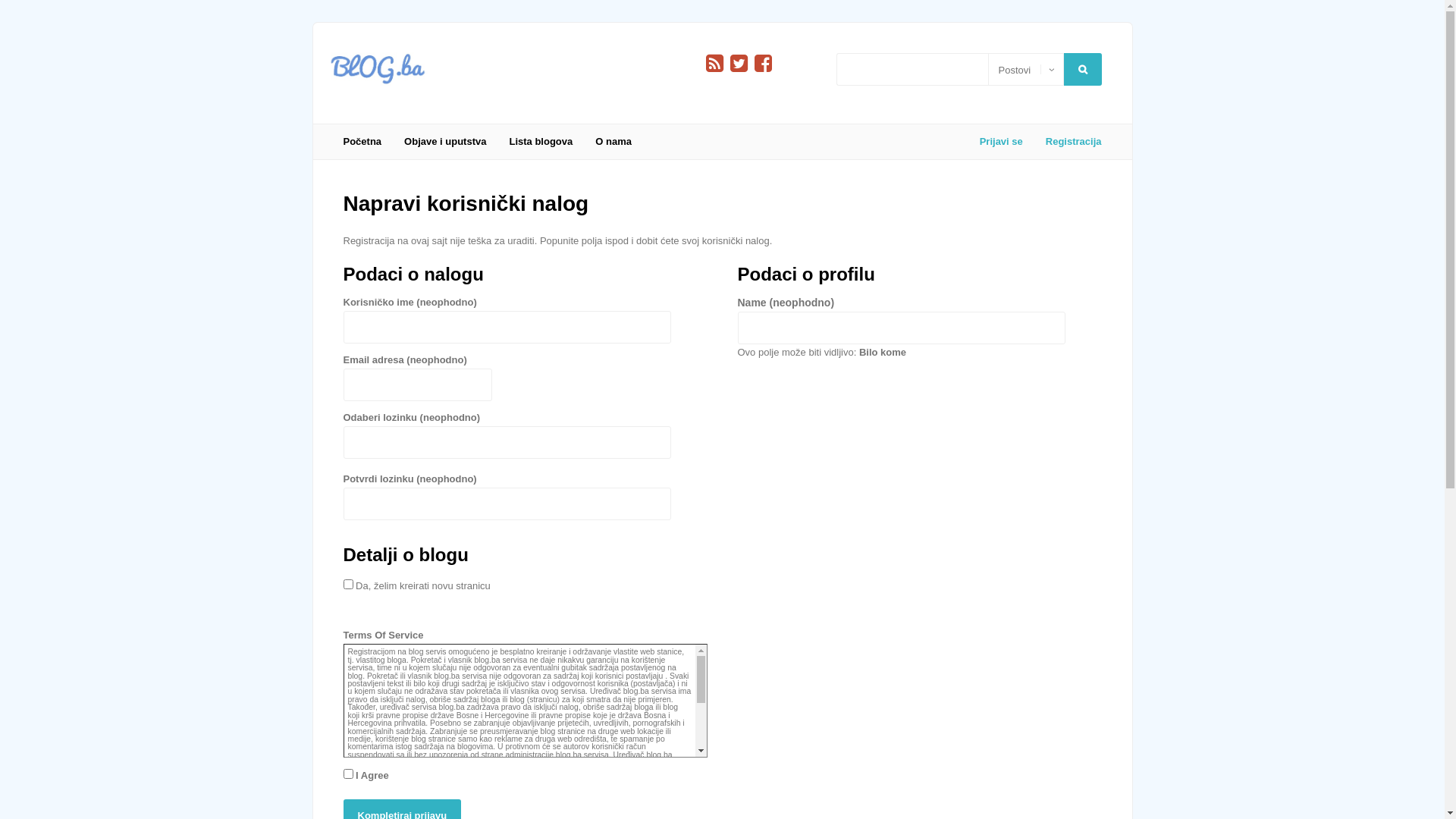 The width and height of the screenshot is (1456, 819). I want to click on 'Registracija', so click(1033, 141).